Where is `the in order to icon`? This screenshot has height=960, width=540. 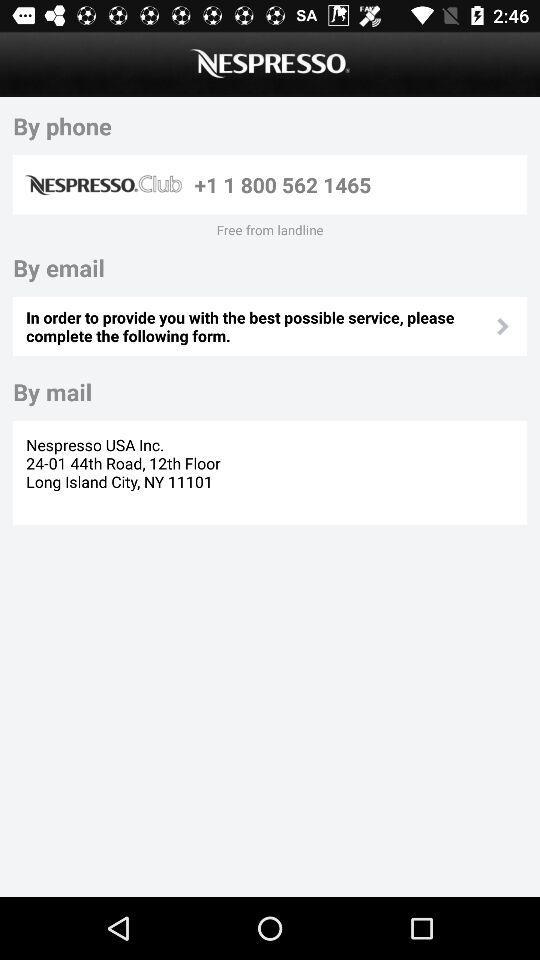 the in order to icon is located at coordinates (259, 326).